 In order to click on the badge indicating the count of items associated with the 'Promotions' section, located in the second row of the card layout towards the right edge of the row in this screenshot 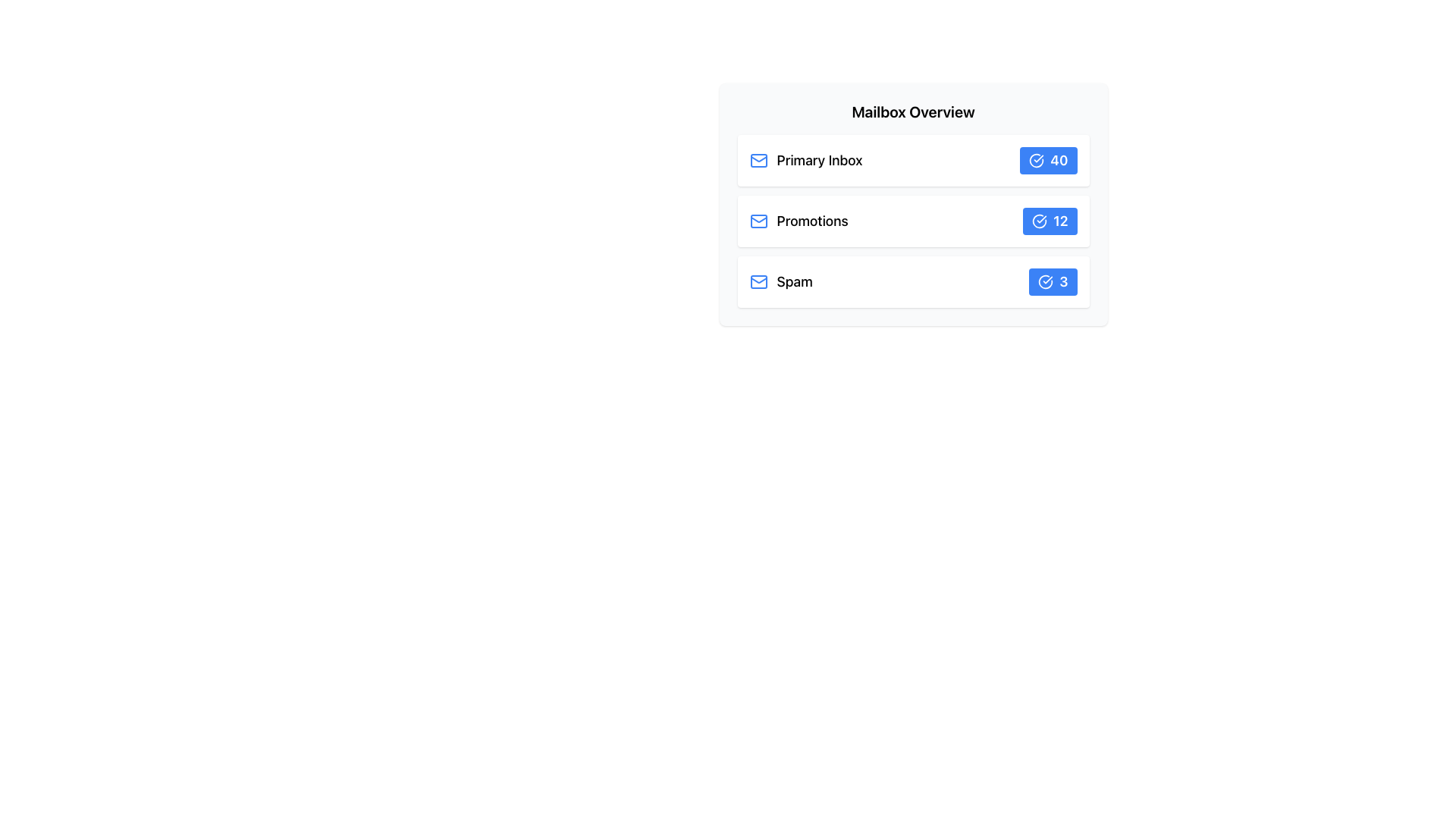, I will do `click(1049, 221)`.